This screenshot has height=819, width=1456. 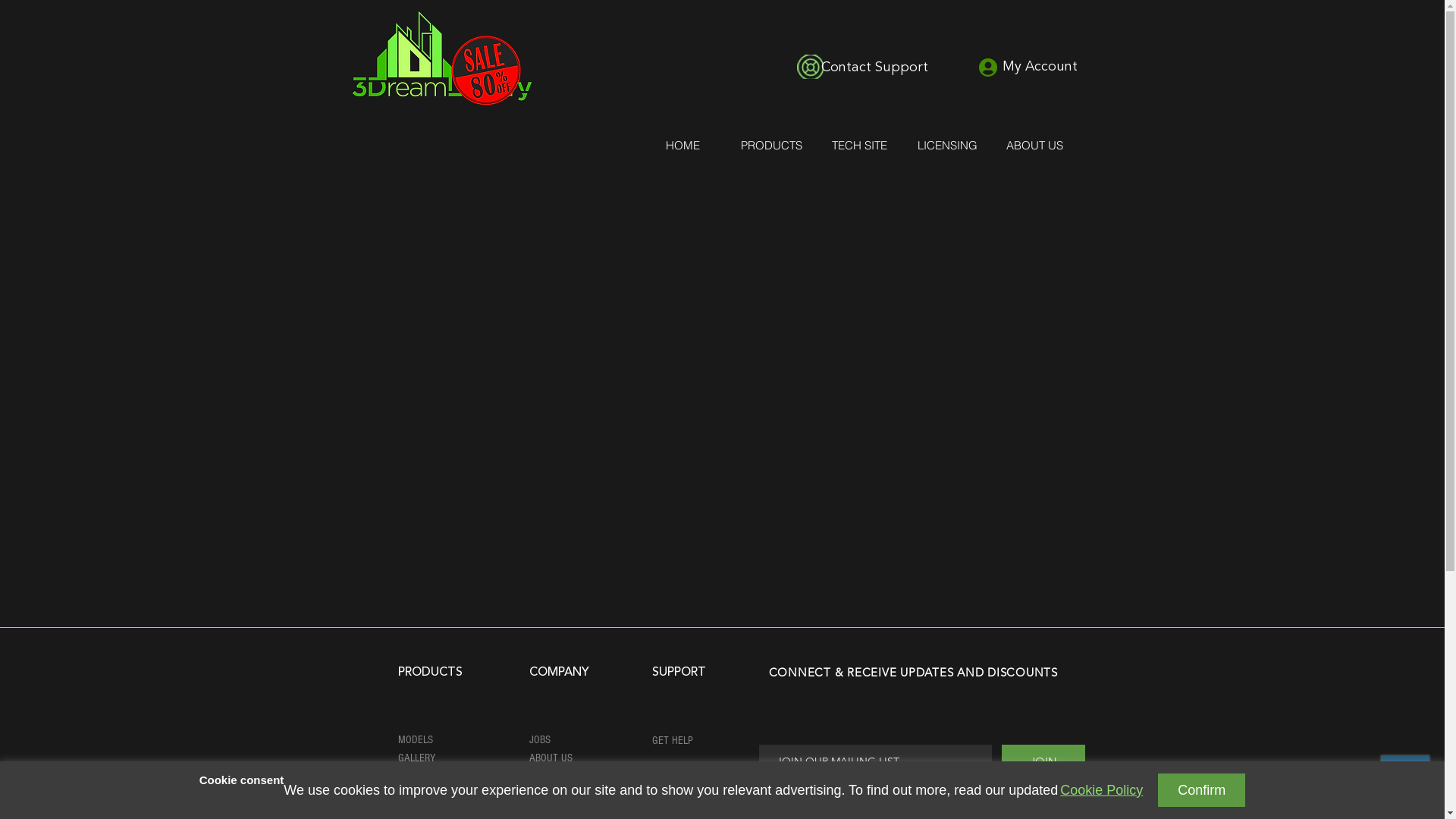 What do you see at coordinates (858, 145) in the screenshot?
I see `'TECH SITE'` at bounding box center [858, 145].